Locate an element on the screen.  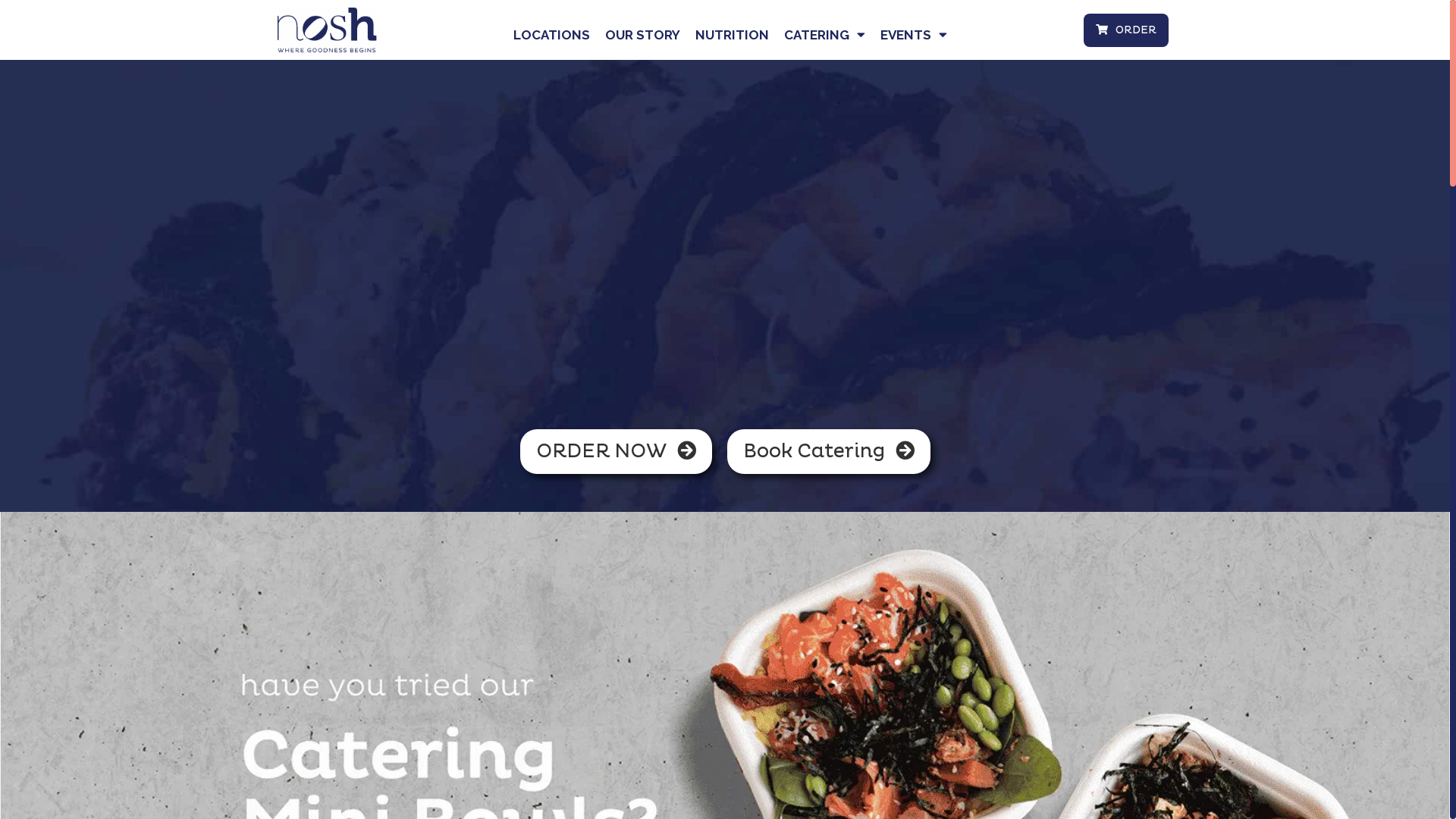
'LOCATIONS' is located at coordinates (551, 34).